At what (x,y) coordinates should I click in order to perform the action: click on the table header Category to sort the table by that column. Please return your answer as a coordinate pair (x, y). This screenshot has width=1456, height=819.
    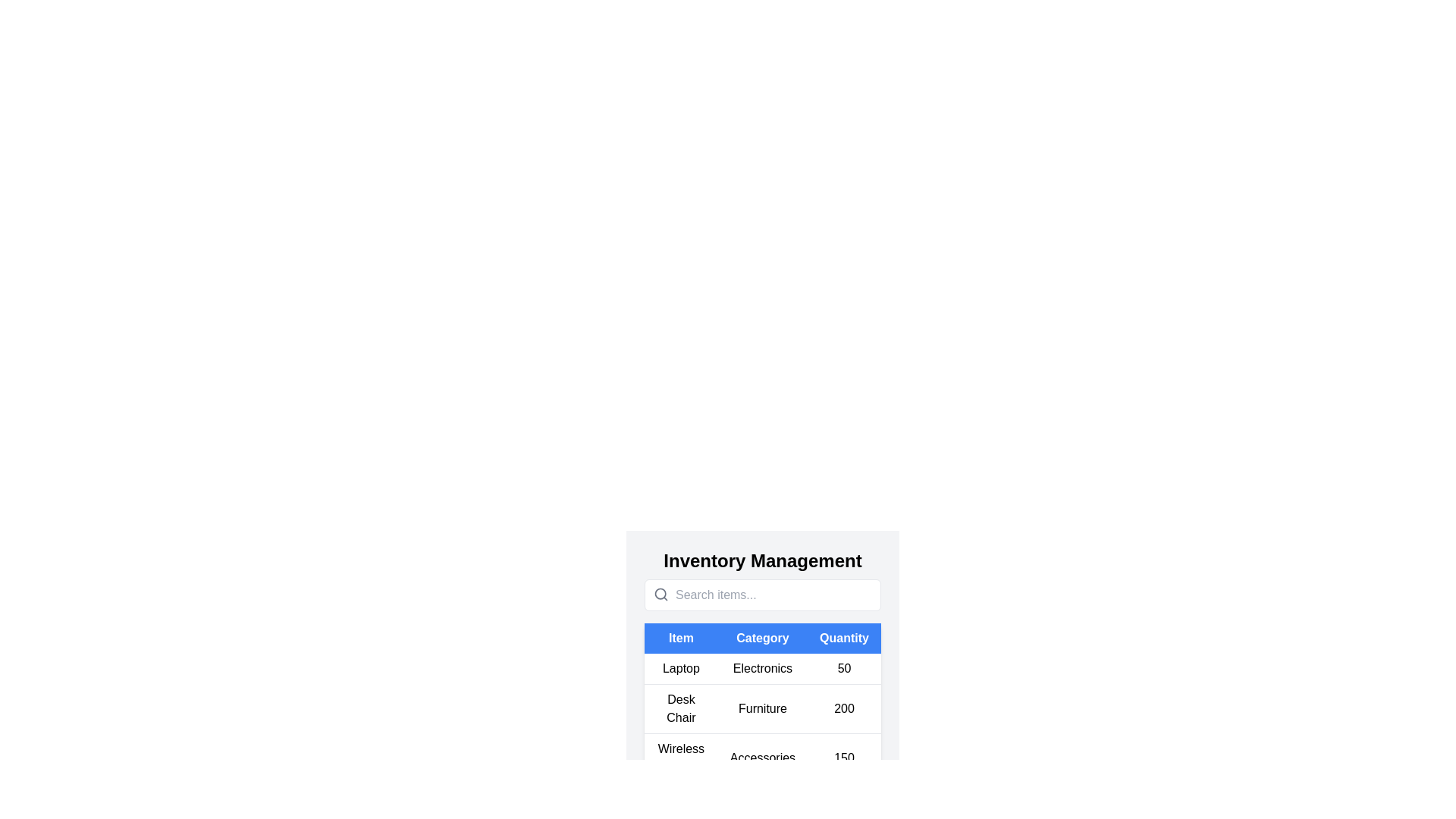
    Looking at the image, I should click on (763, 638).